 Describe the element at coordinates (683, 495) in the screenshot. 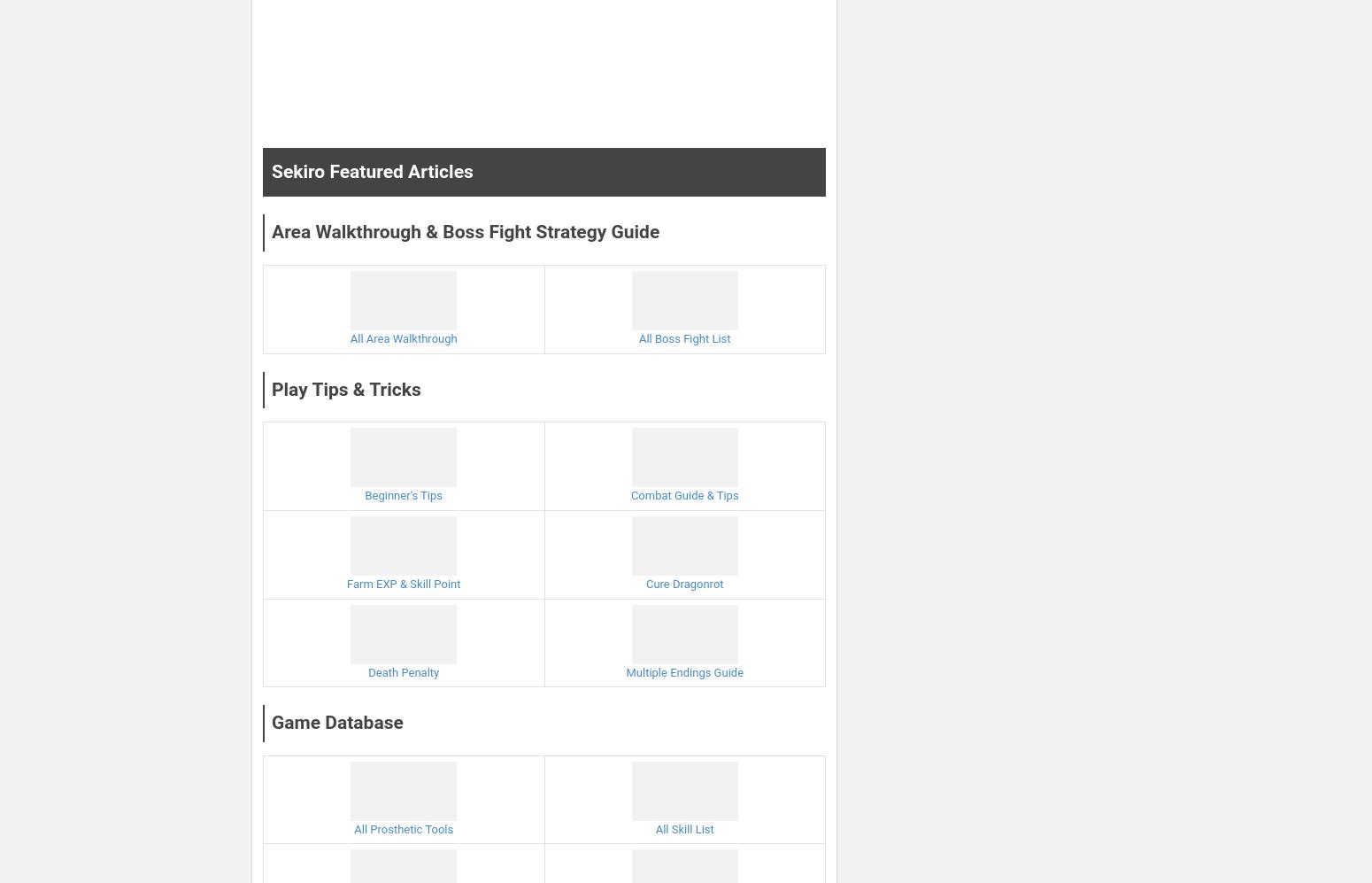

I see `'Combat Guide & Tips'` at that location.